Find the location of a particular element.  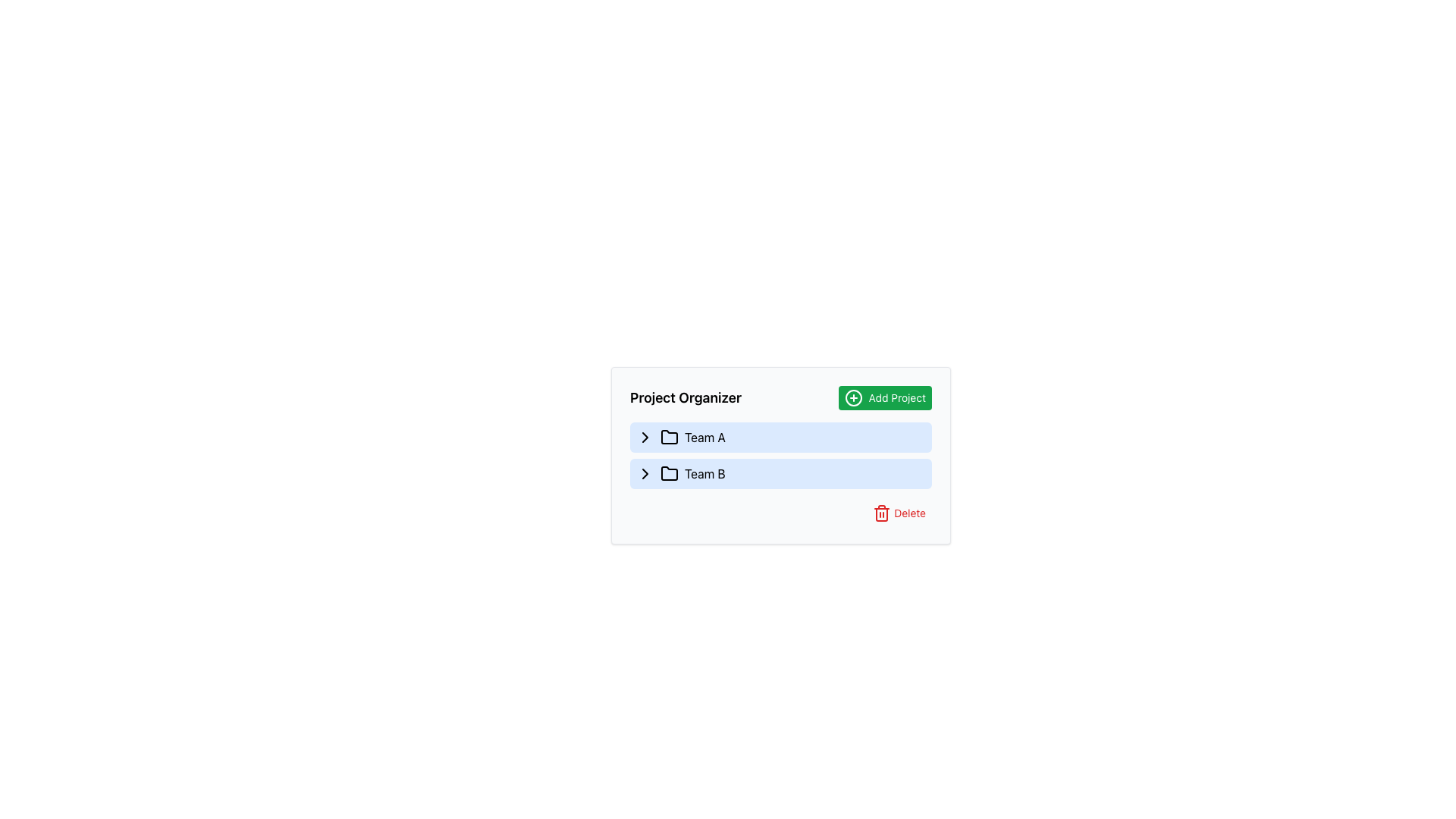

the Text Label that contains the text 'Project Organizer', which is styled in bold and large font, located on the left side of a header-like section is located at coordinates (685, 397).